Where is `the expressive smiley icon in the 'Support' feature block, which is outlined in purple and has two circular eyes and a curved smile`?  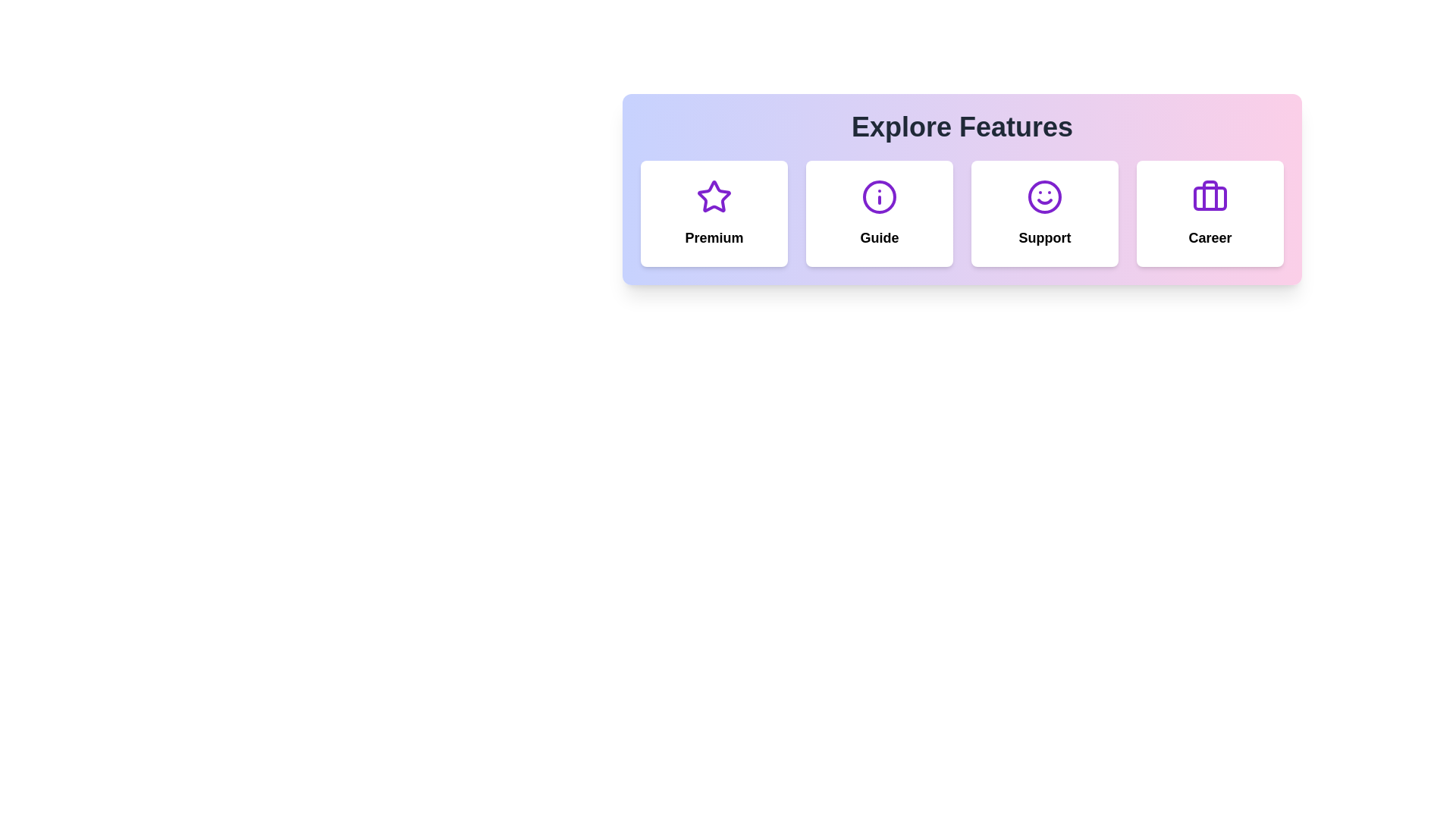 the expressive smiley icon in the 'Support' feature block, which is outlined in purple and has two circular eyes and a curved smile is located at coordinates (1043, 196).